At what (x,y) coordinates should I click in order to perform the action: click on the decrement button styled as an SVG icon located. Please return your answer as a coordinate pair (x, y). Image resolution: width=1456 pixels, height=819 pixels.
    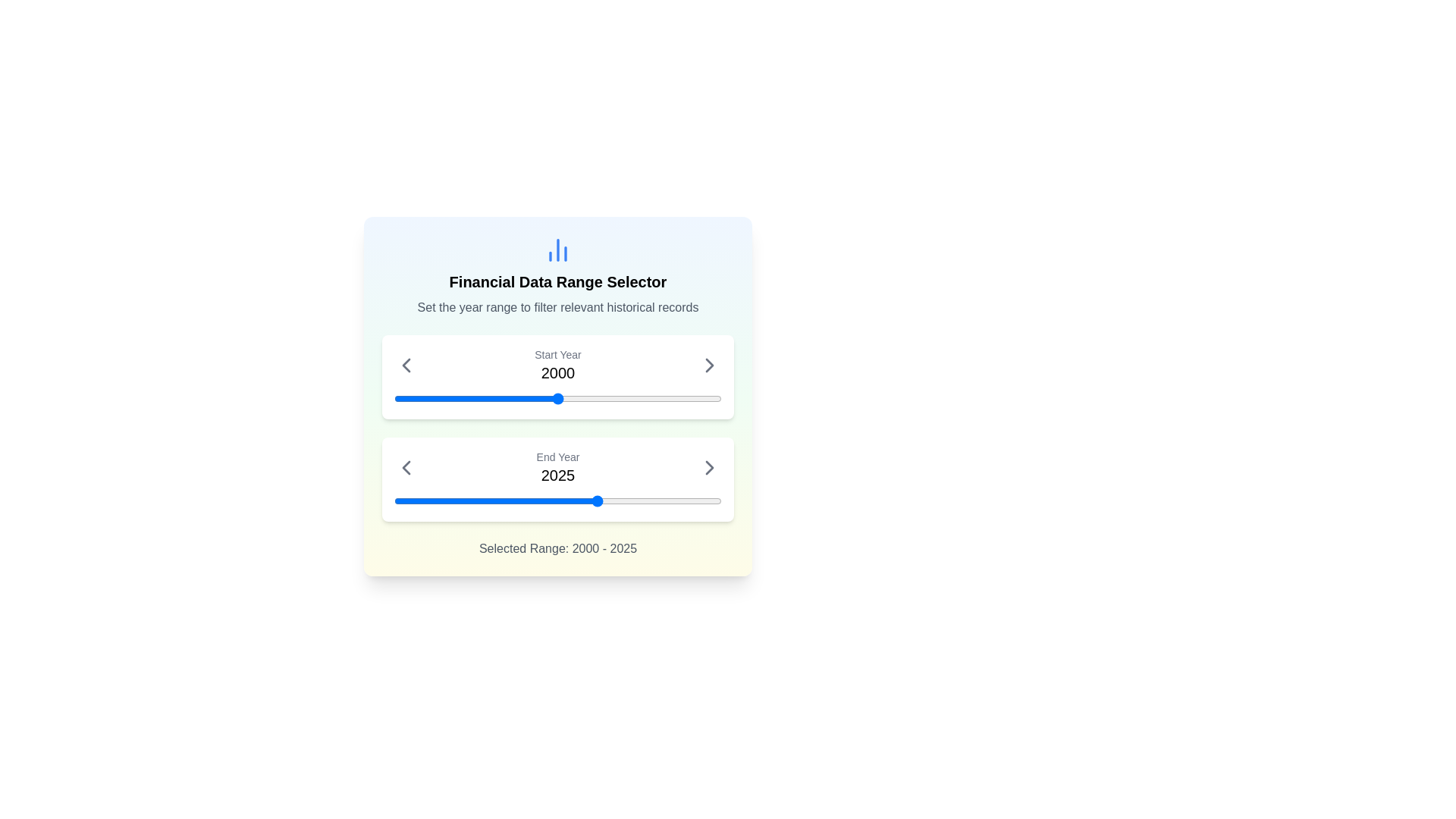
    Looking at the image, I should click on (406, 366).